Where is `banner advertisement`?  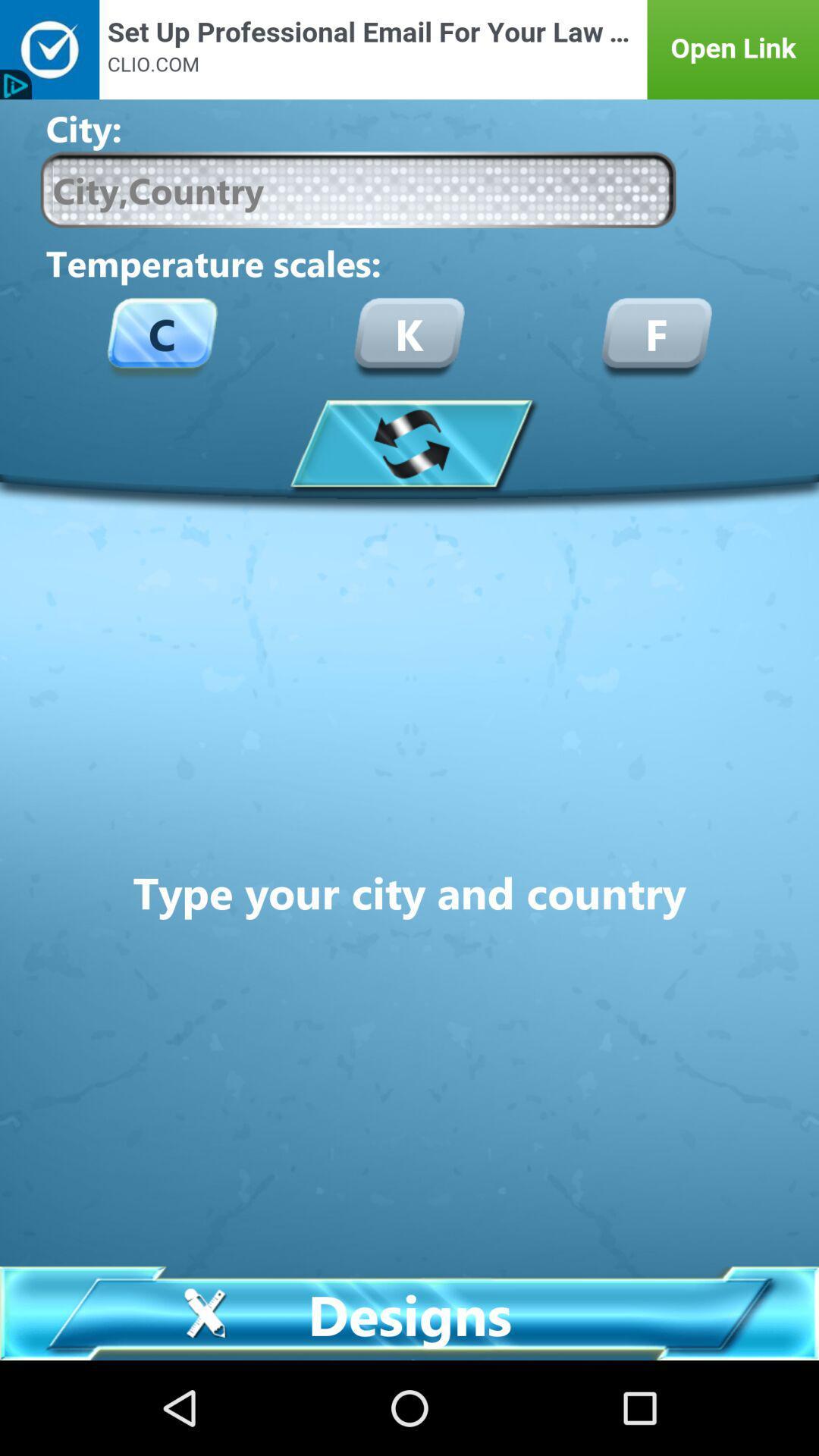
banner advertisement is located at coordinates (409, 49).